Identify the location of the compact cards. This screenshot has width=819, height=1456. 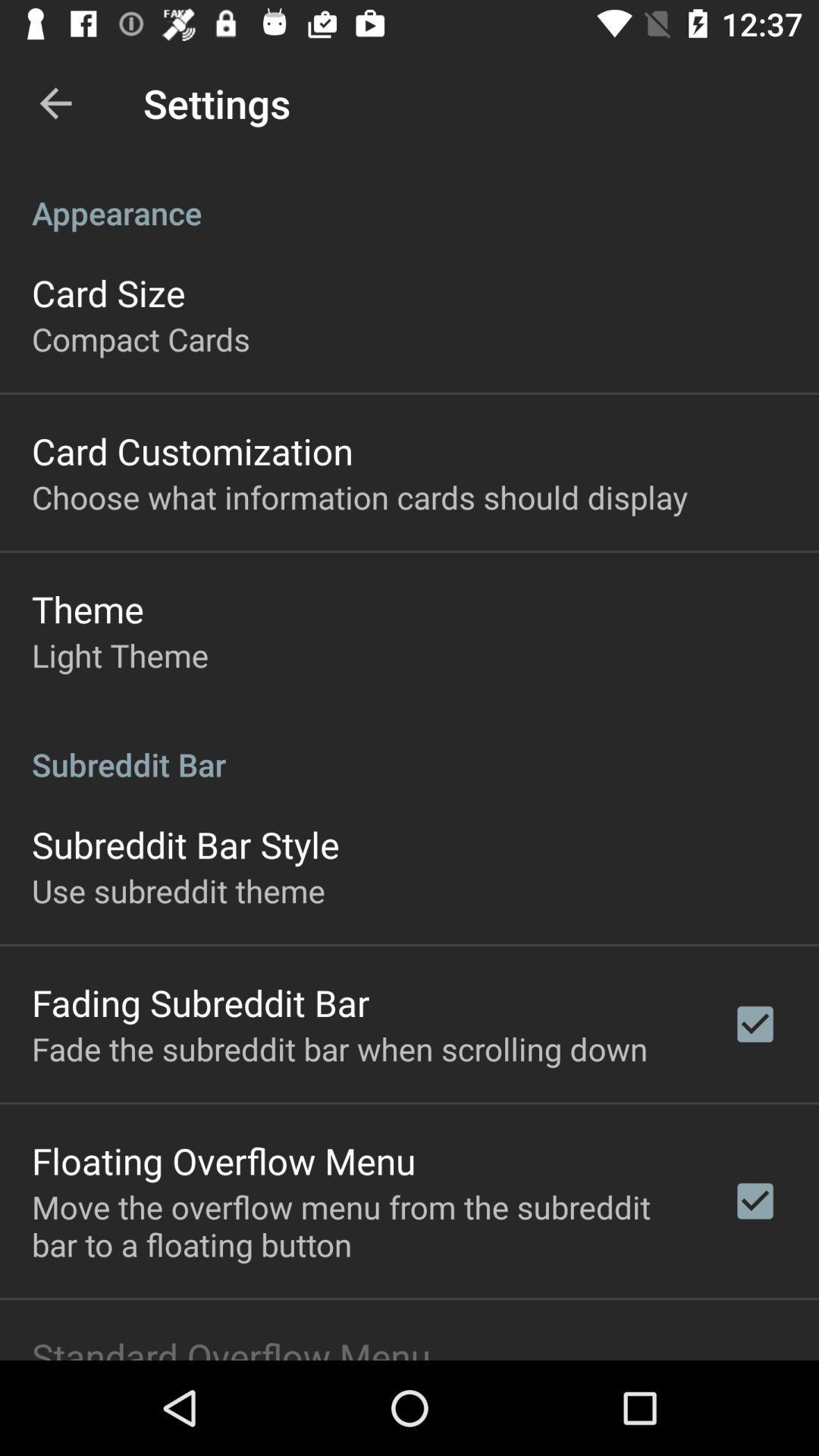
(140, 337).